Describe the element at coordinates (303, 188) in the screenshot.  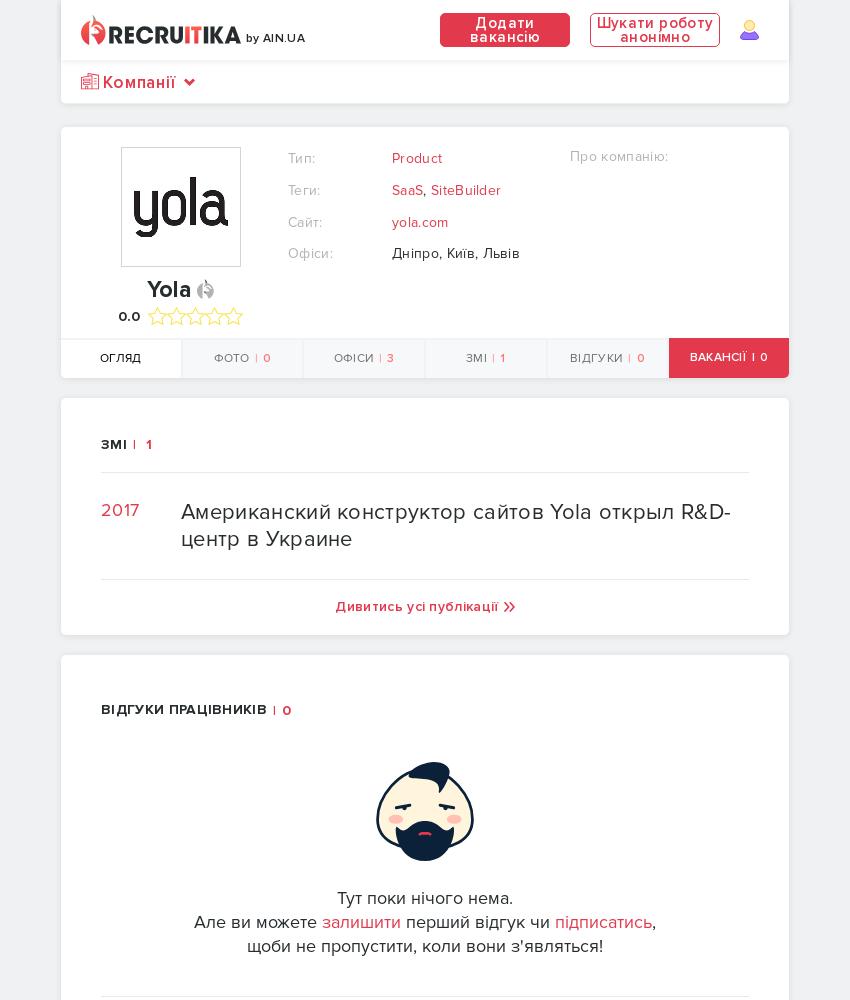
I see `'Теги:'` at that location.